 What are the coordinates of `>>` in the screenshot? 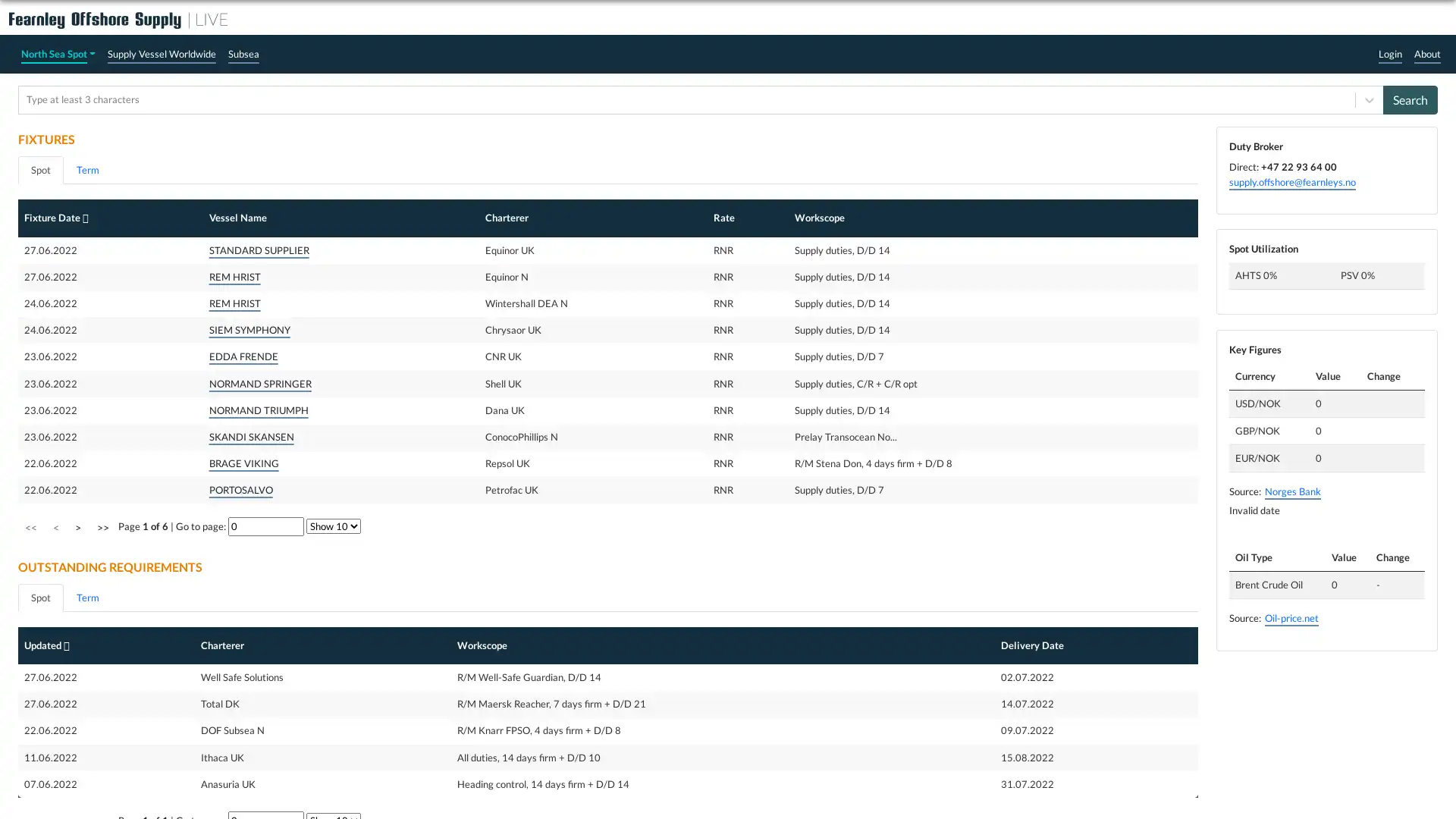 It's located at (102, 526).